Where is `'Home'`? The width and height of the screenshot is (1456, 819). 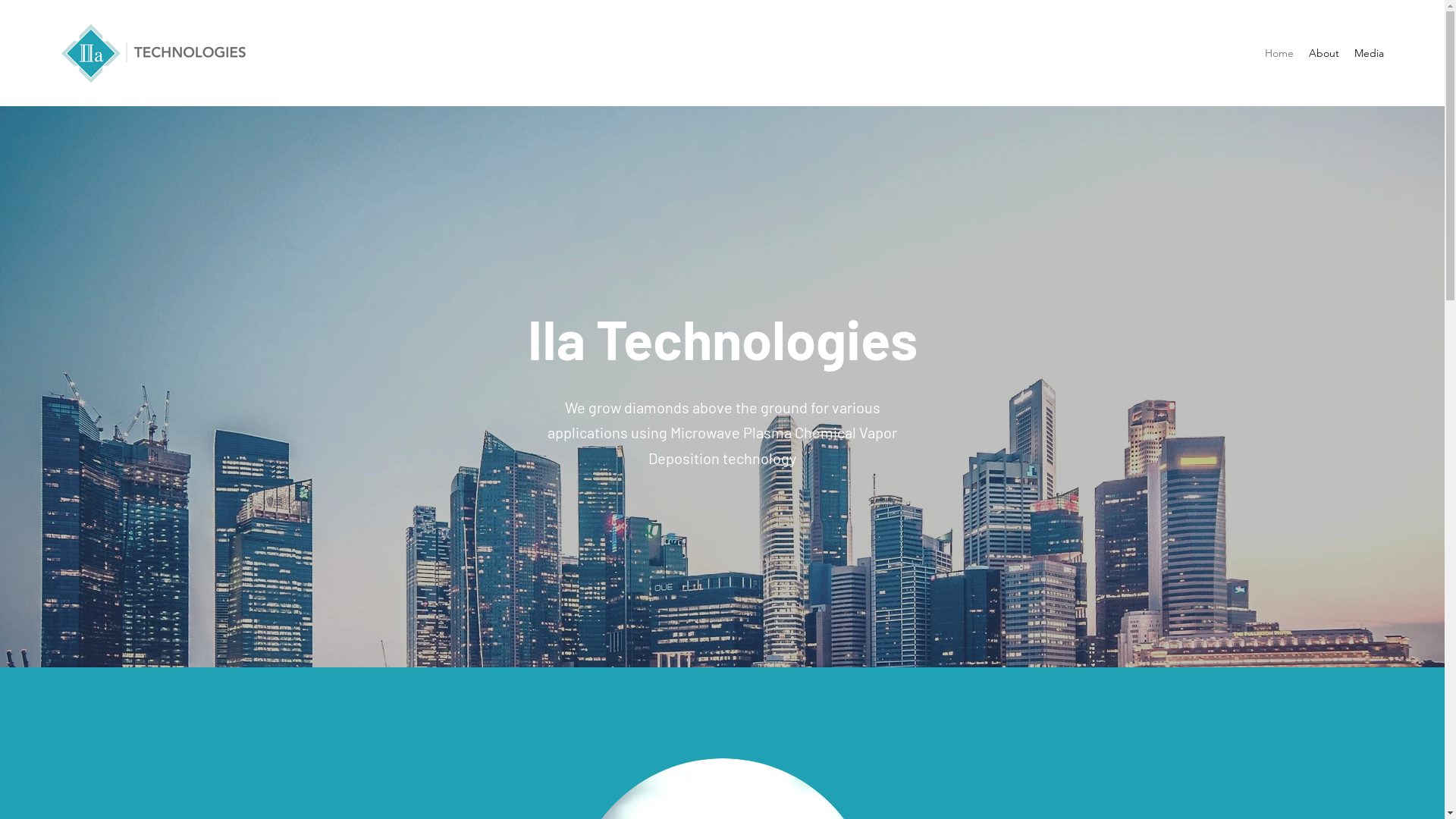
'Home' is located at coordinates (1278, 52).